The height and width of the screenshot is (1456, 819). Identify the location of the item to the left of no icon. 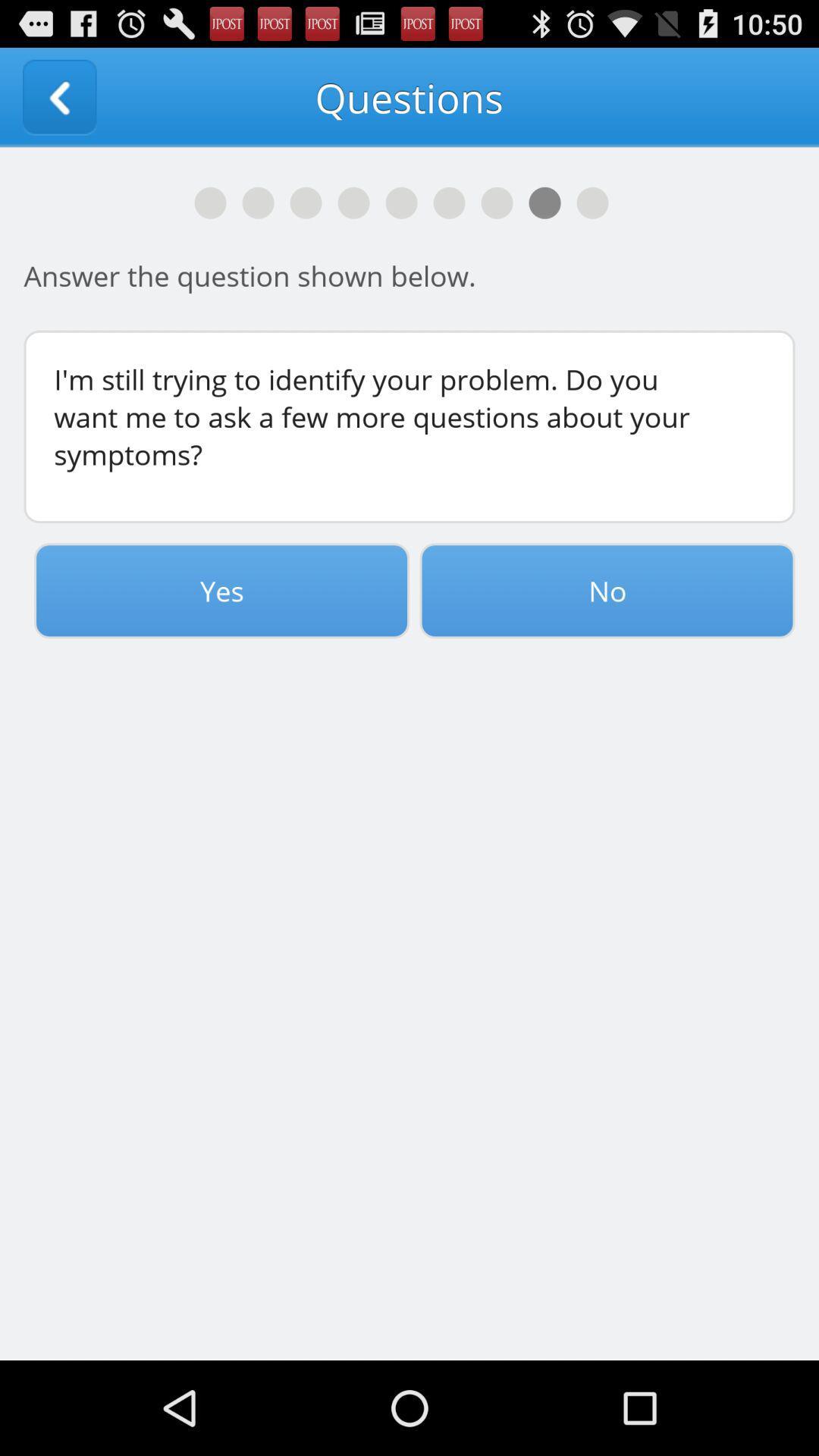
(221, 590).